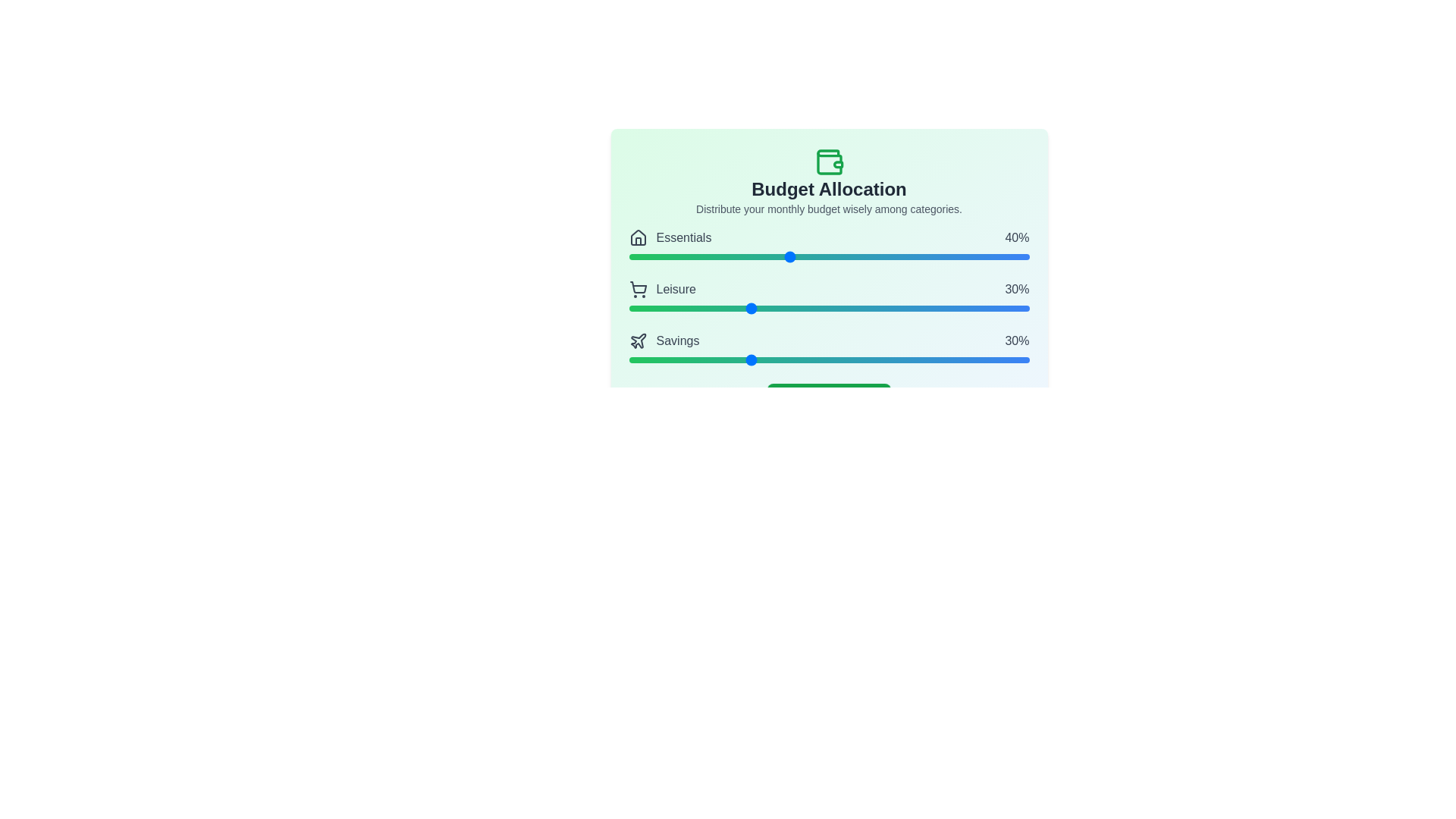  I want to click on the 'Leisure' slider to 16%, so click(692, 308).